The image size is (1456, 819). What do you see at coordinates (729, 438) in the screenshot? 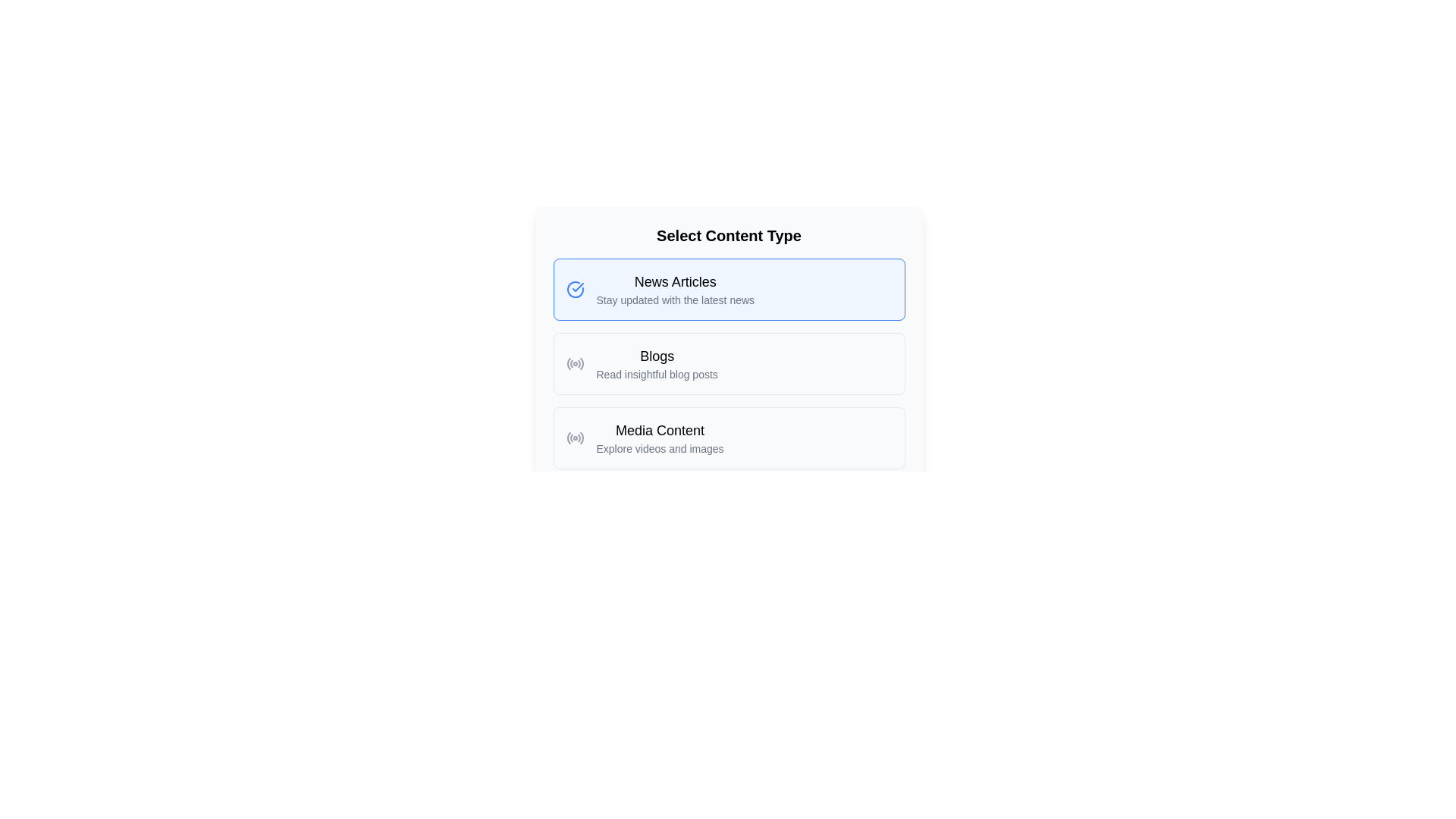
I see `the third clickable box representing the 'Media Content' category` at bounding box center [729, 438].